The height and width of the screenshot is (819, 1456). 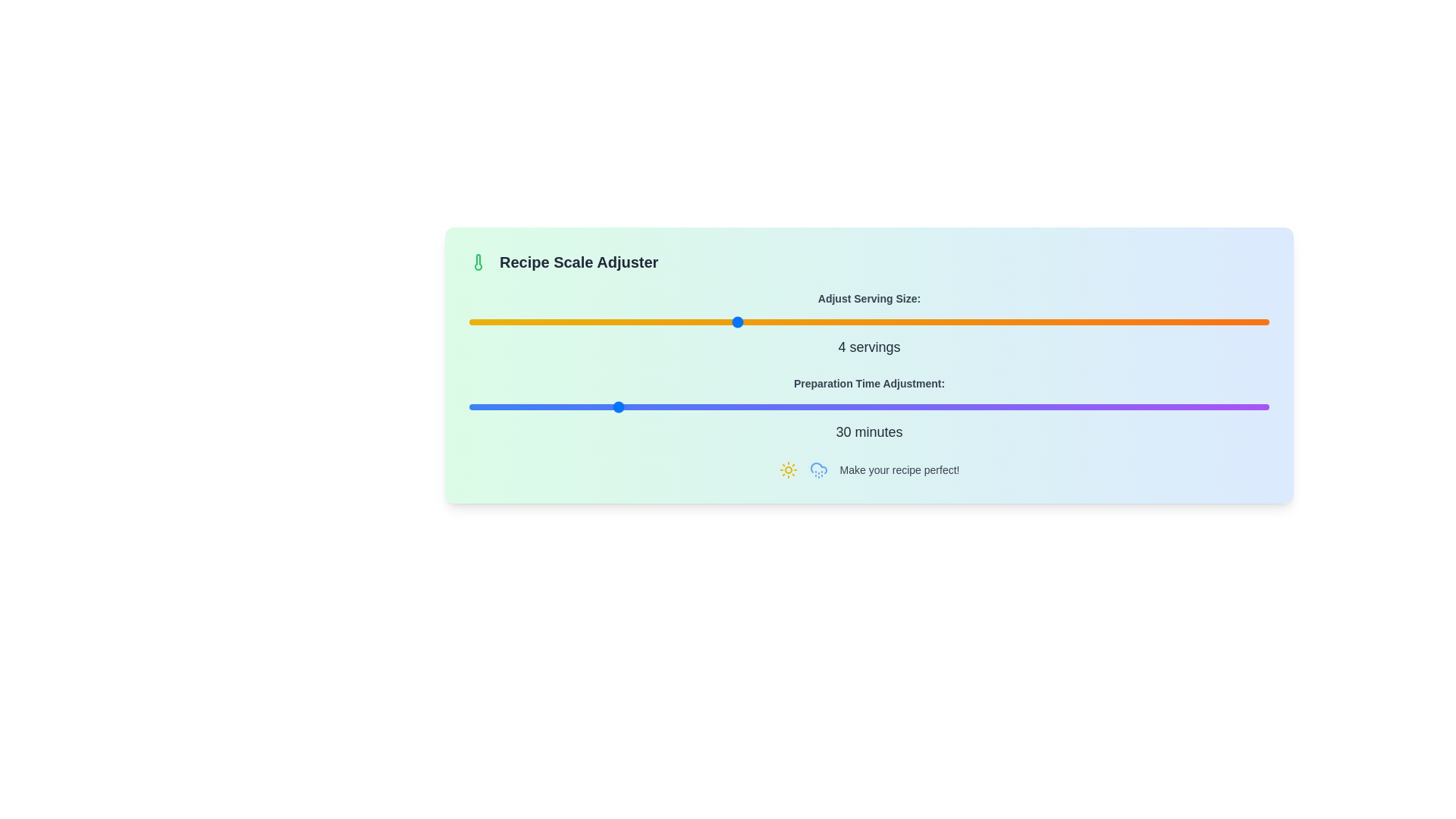 What do you see at coordinates (1029, 406) in the screenshot?
I see `the preparation time` at bounding box center [1029, 406].